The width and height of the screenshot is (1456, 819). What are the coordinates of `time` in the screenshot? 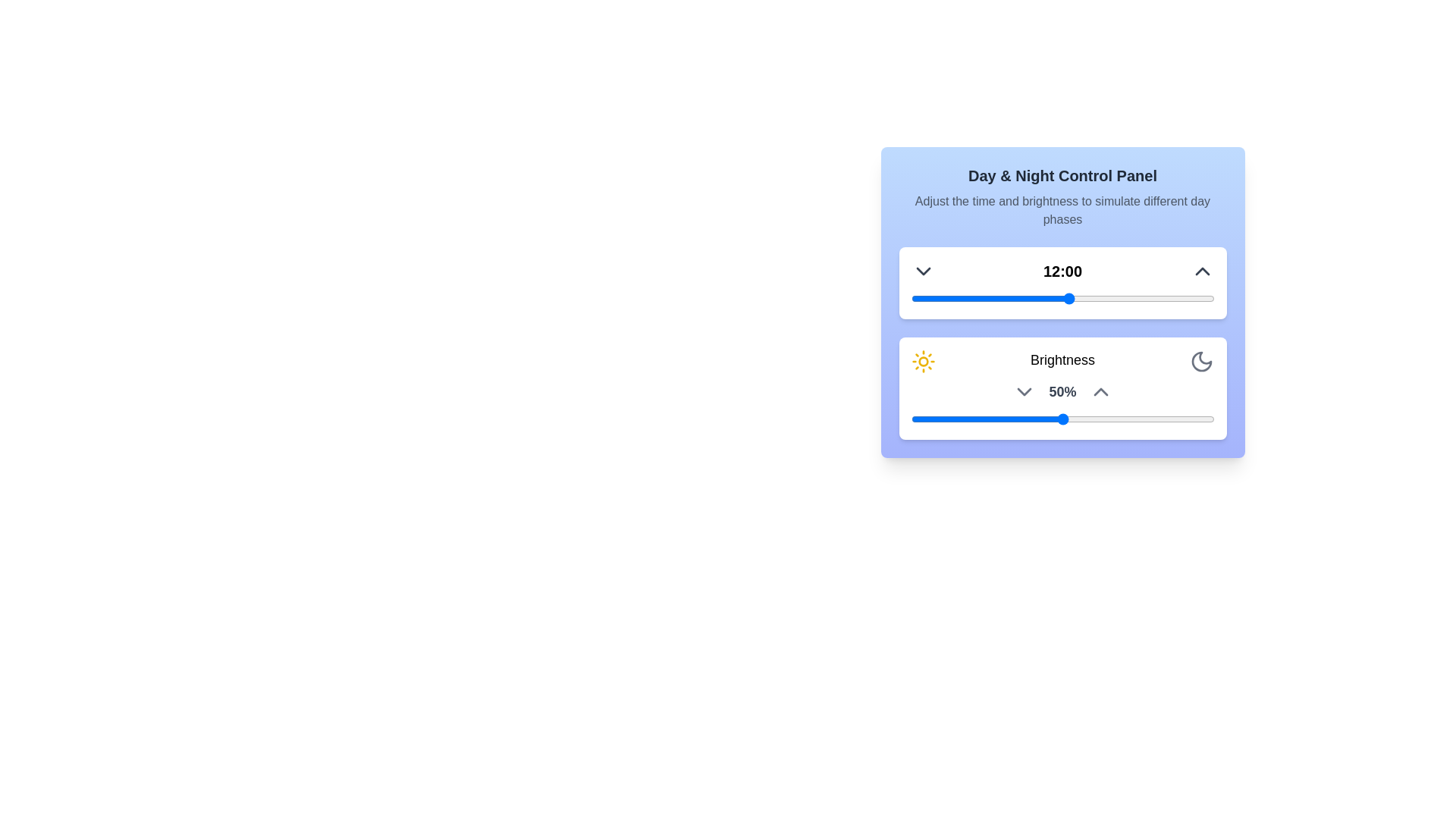 It's located at (963, 298).